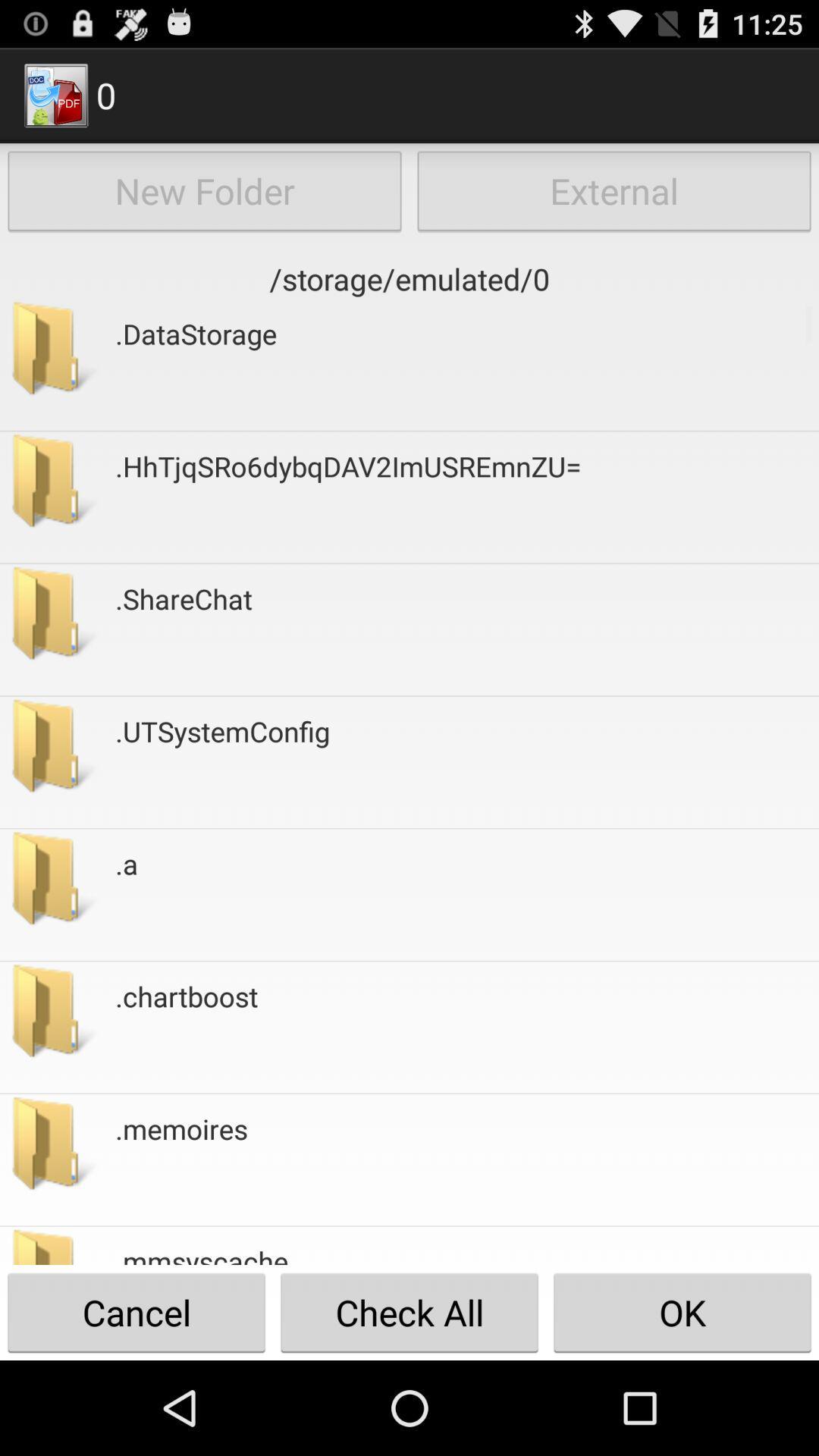 The height and width of the screenshot is (1456, 819). Describe the element at coordinates (205, 190) in the screenshot. I see `the button next to external button` at that location.